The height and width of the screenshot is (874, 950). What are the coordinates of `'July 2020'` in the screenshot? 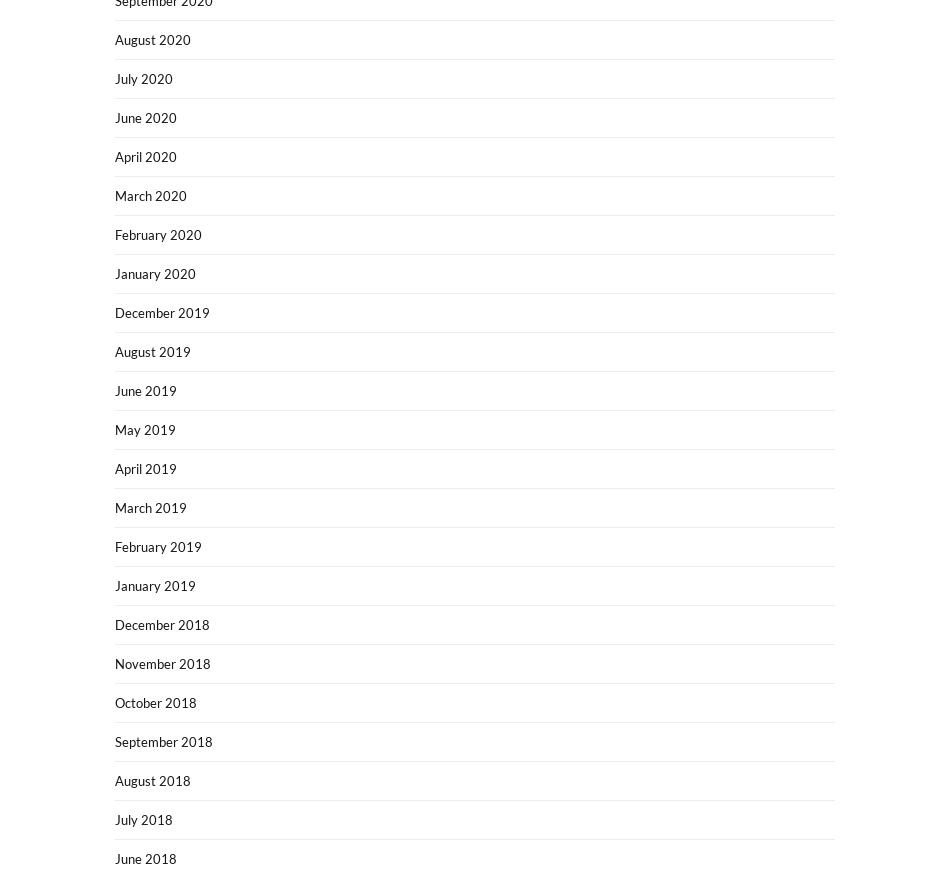 It's located at (115, 79).